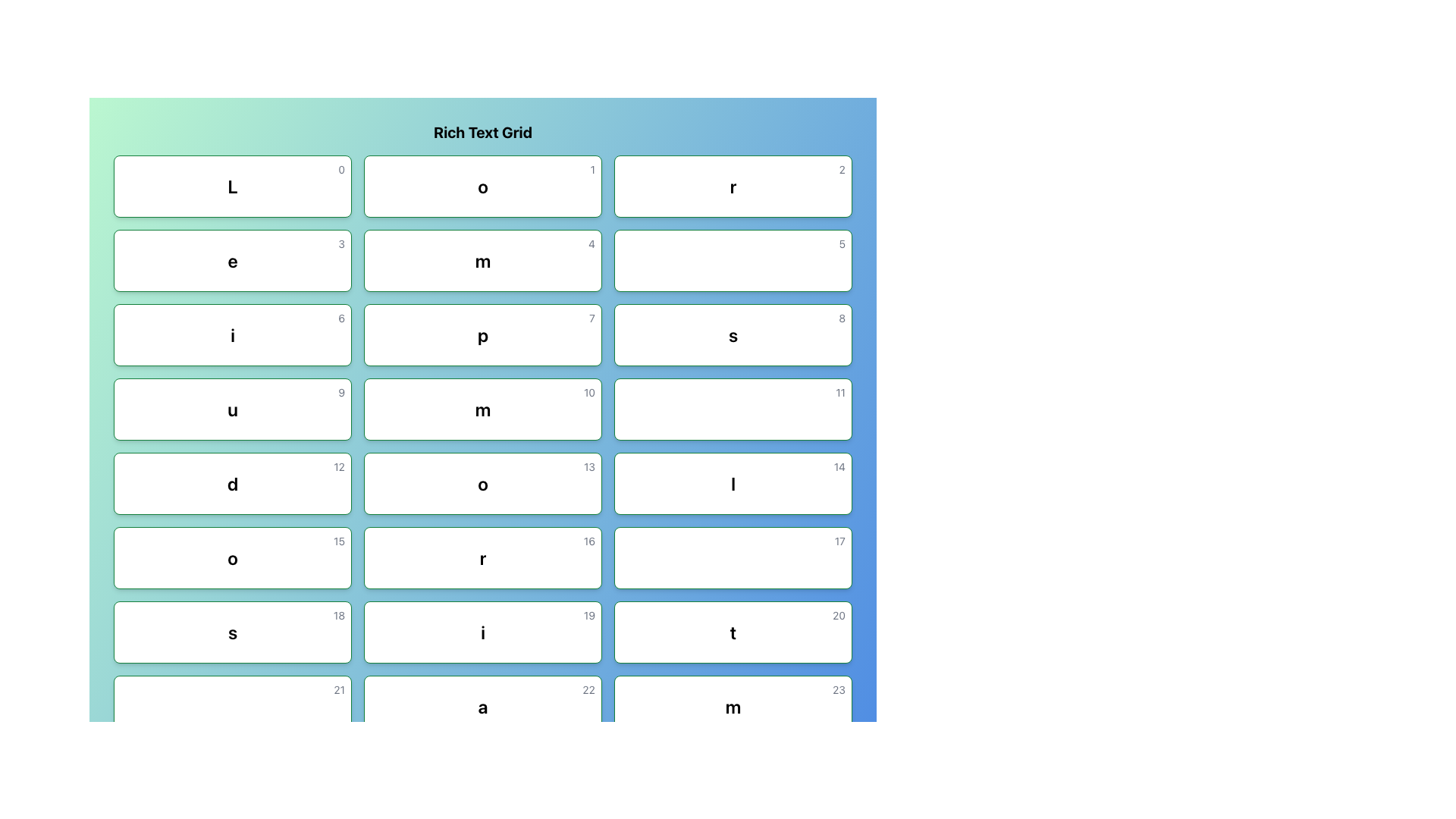 The width and height of the screenshot is (1456, 819). What do you see at coordinates (482, 632) in the screenshot?
I see `the text character 'i' displayed in the central content area of the card labeled '19', located in the bottom right quadrant of the grid layout` at bounding box center [482, 632].